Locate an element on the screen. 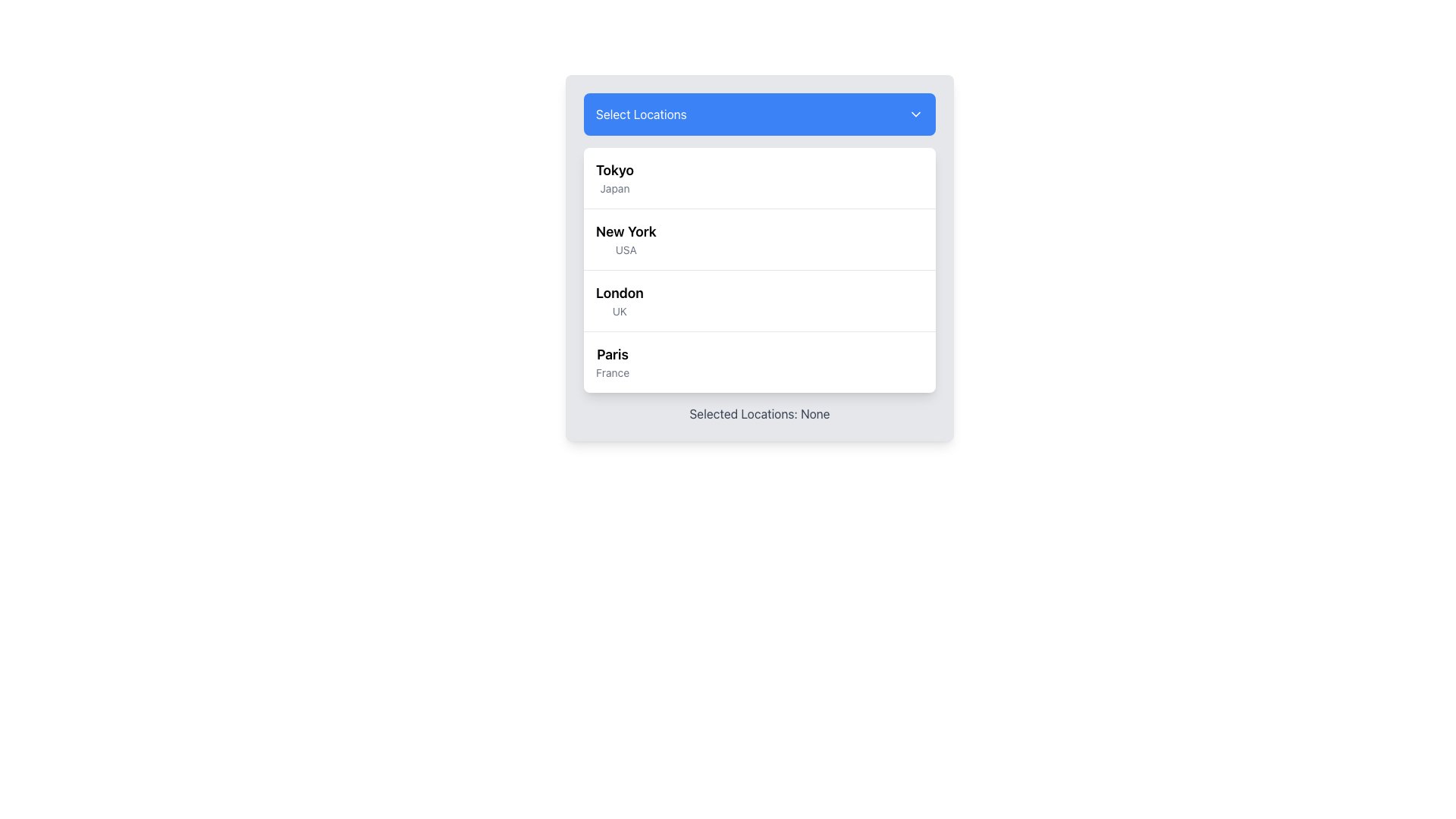 The height and width of the screenshot is (819, 1456). the static text display that indicates selected items, which shows 'None' when no items are selected, located beneath the list of selectable locations is located at coordinates (760, 414).